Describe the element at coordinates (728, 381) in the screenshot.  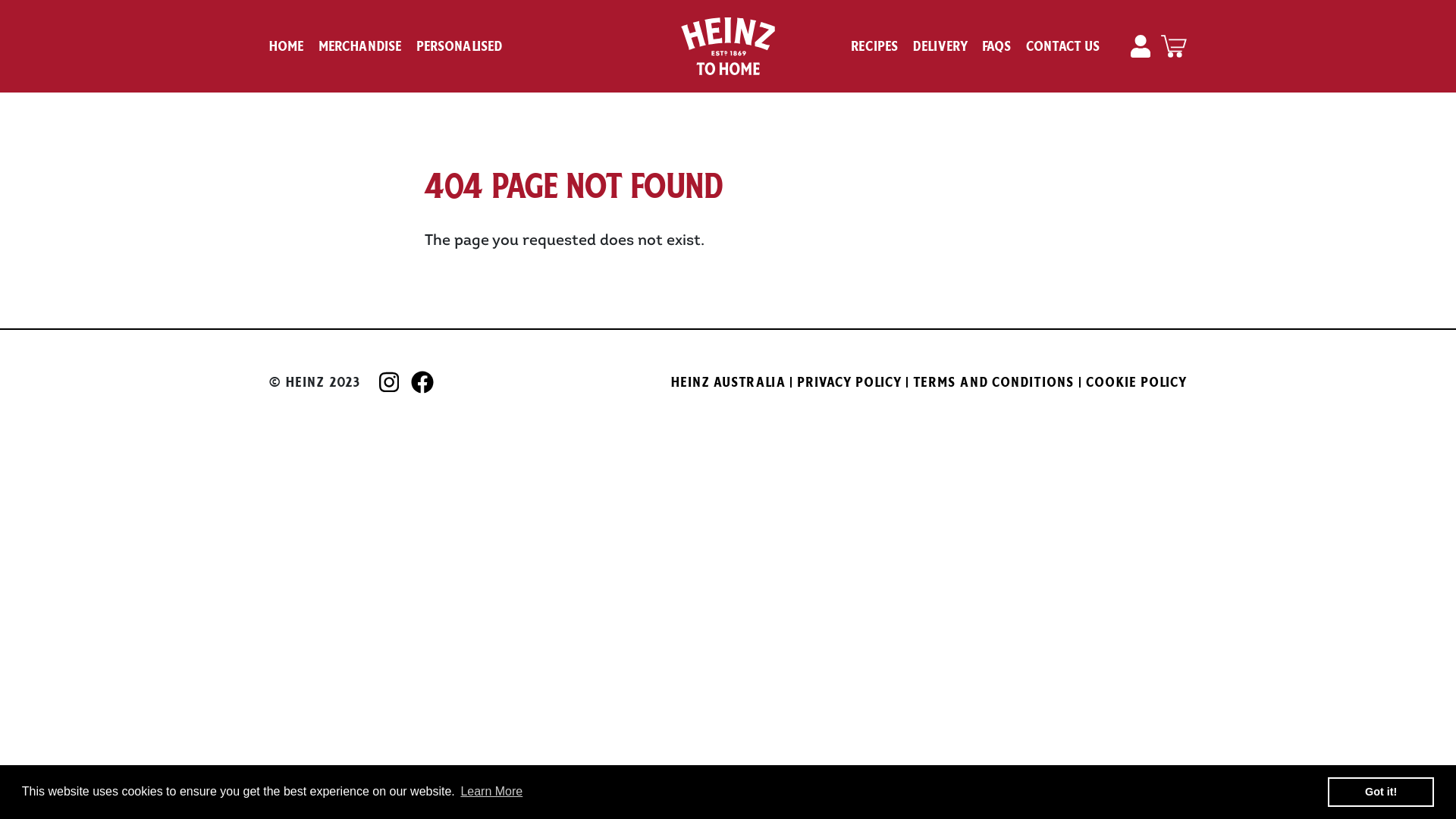
I see `'Heinz Australia'` at that location.